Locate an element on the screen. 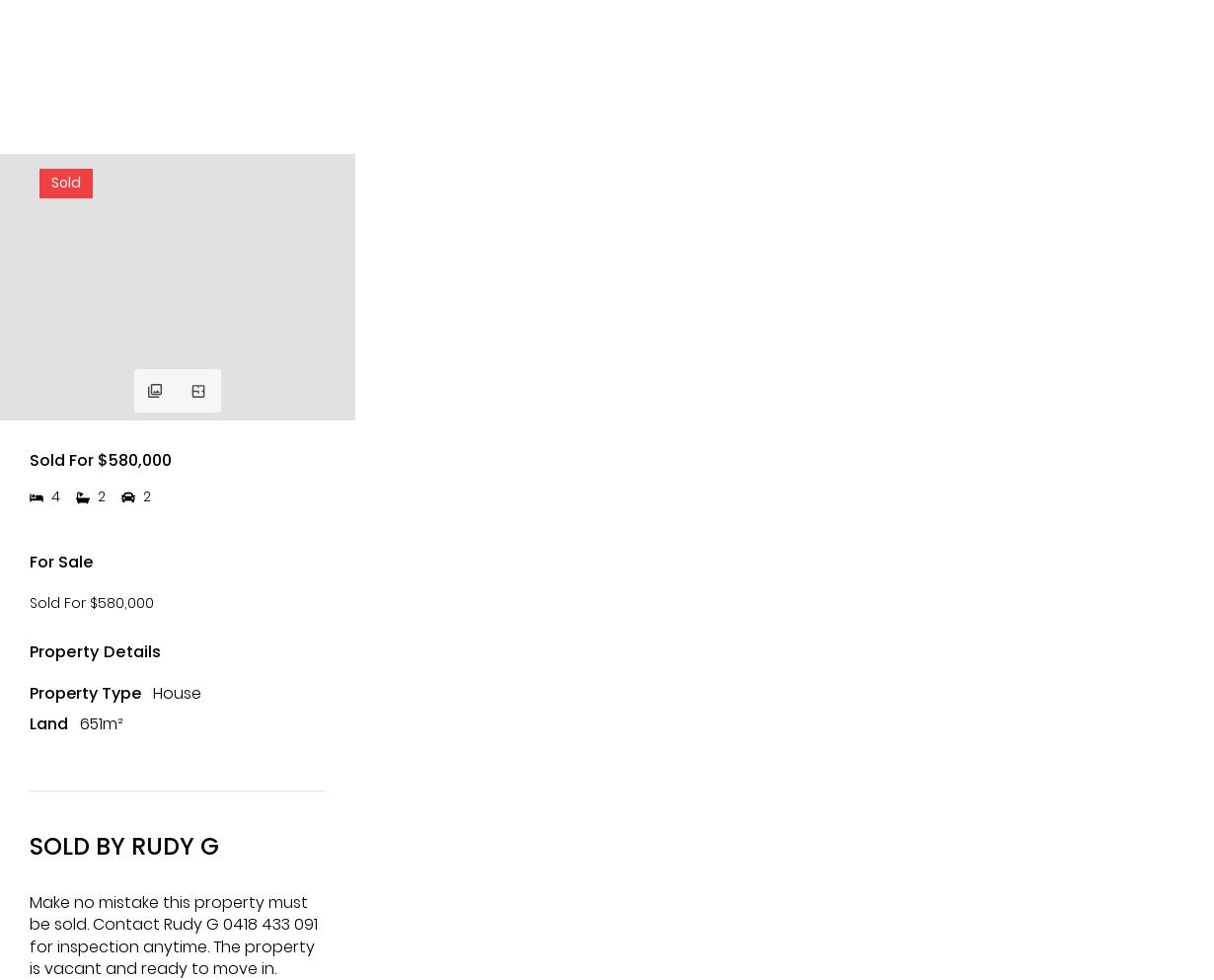 The width and height of the screenshot is (1214, 980). 'Request a contract of sale' is located at coordinates (69, 759).